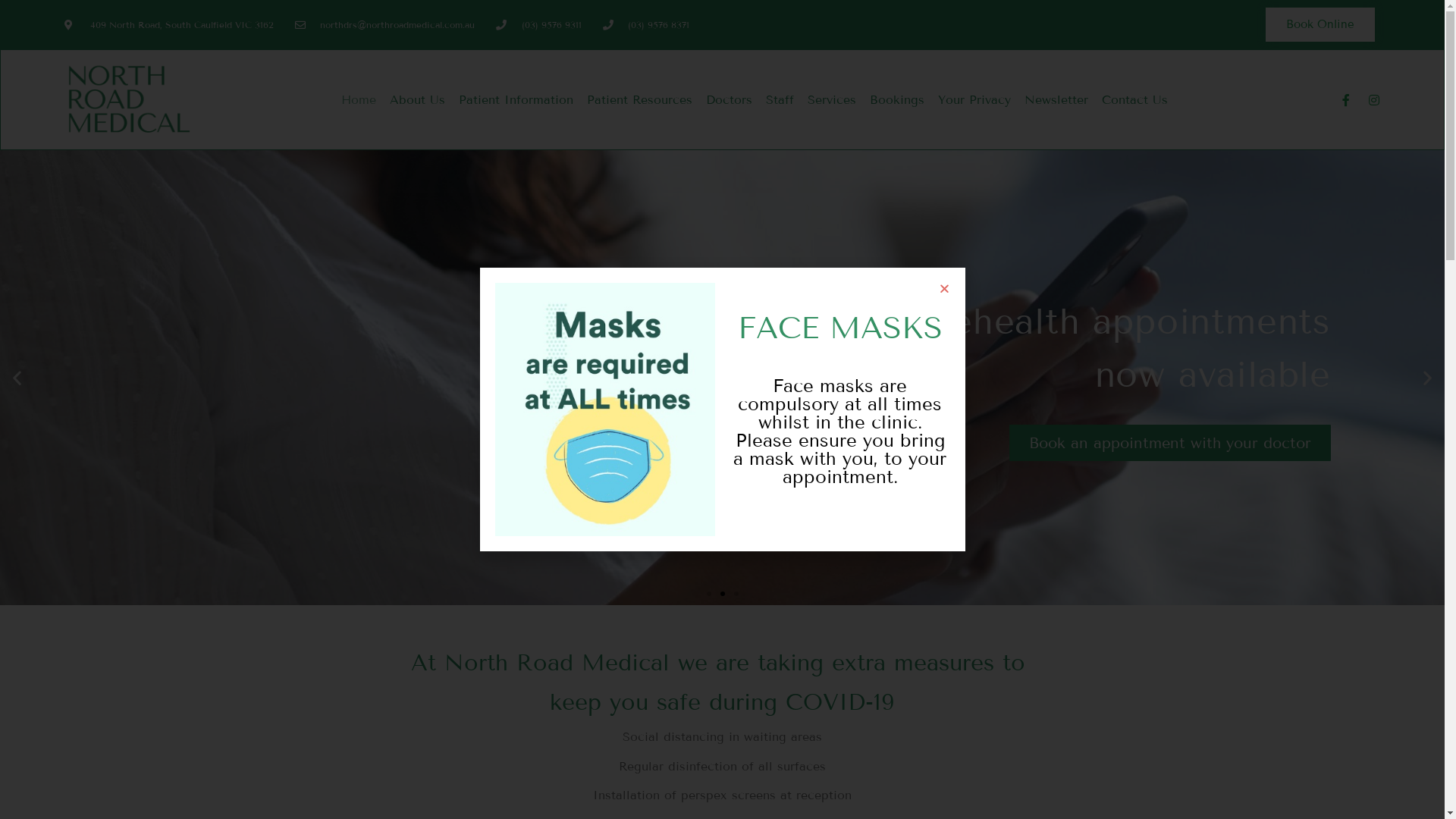 Image resolution: width=1456 pixels, height=819 pixels. I want to click on 'Your Privacy', so click(974, 99).